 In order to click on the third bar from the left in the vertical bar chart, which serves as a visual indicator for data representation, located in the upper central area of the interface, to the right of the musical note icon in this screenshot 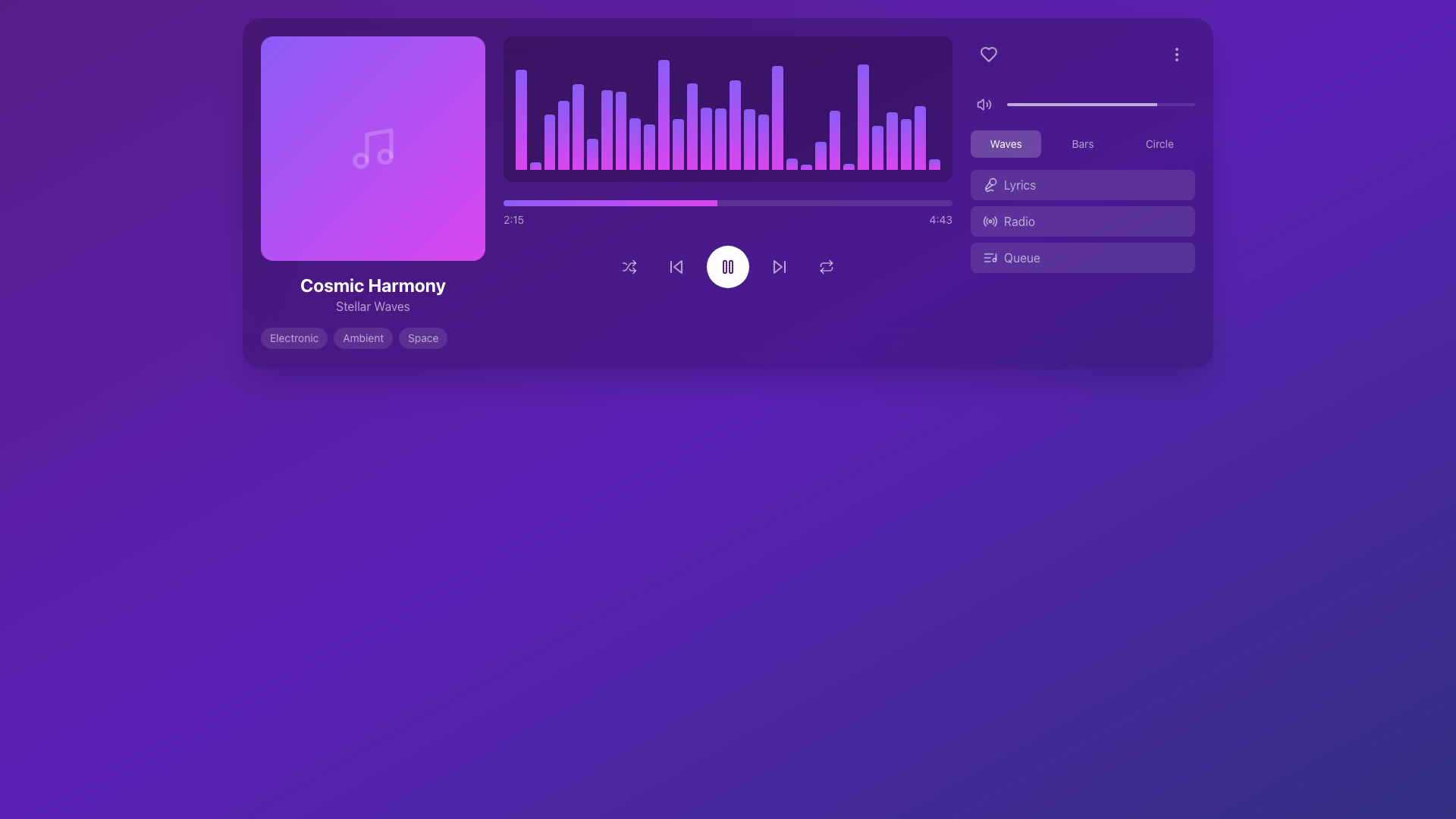, I will do `click(548, 142)`.